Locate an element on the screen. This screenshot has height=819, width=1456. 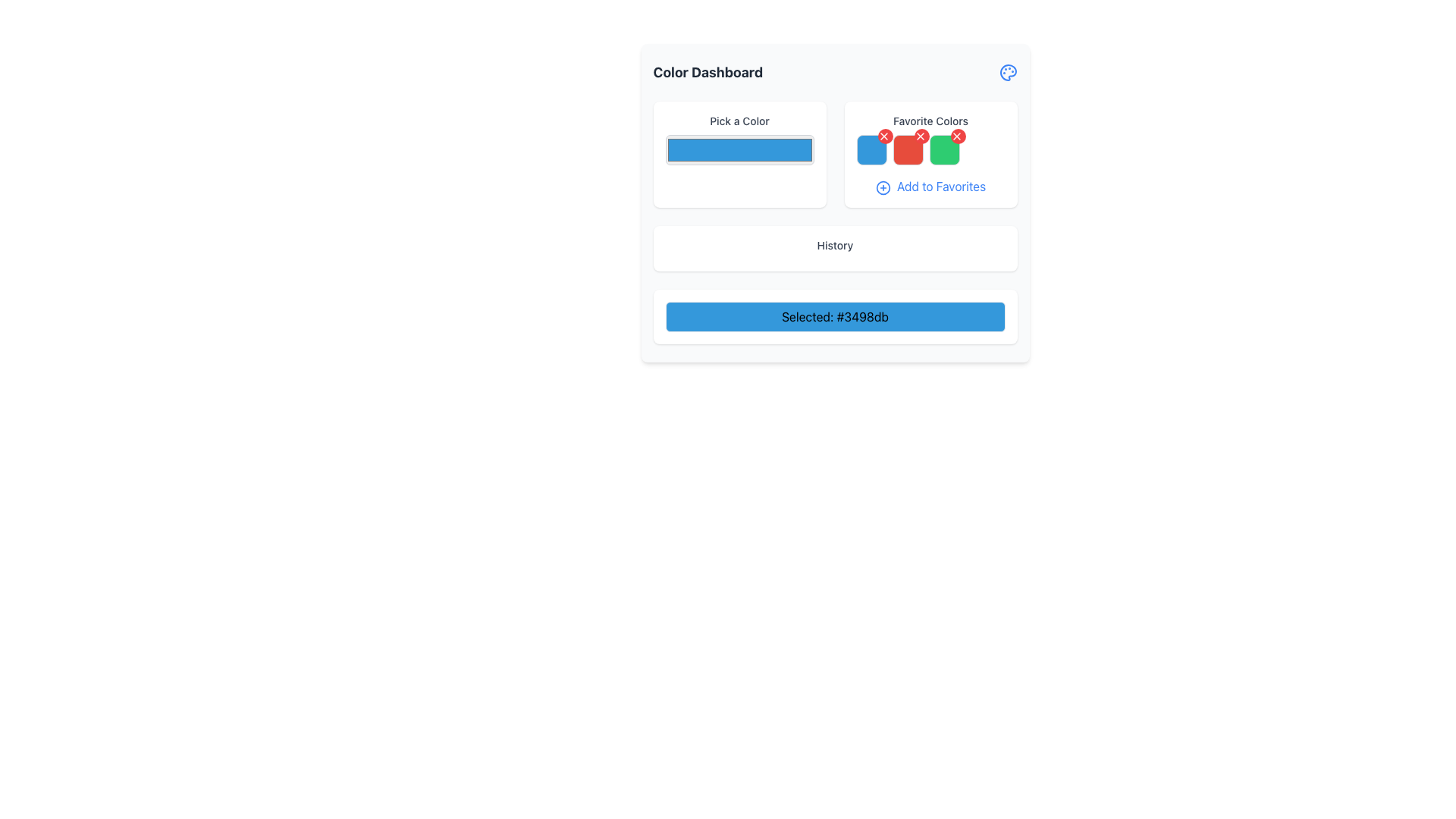
the first square (blue color) in the grid of favorite colors, which has a delete button for removing a color from favorites is located at coordinates (871, 149).